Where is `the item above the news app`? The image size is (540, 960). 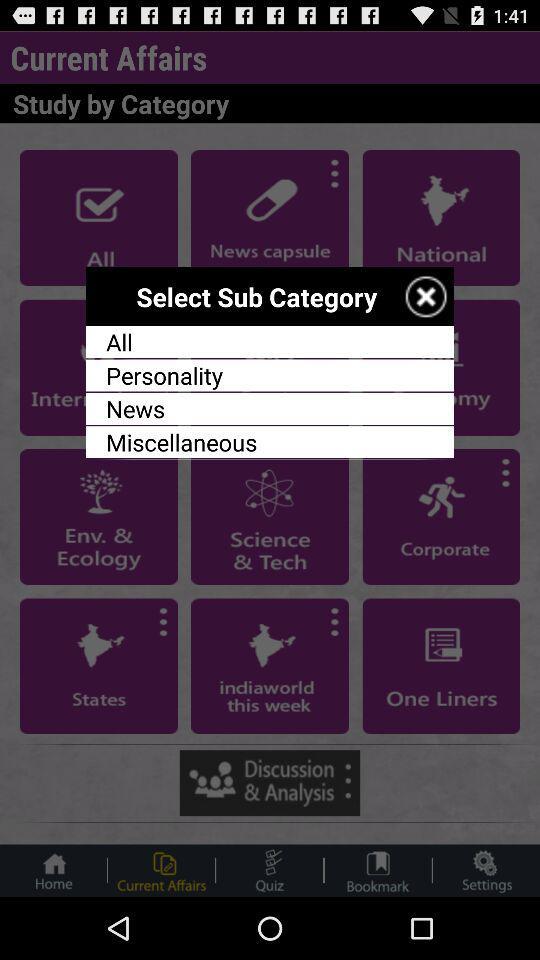
the item above the news app is located at coordinates (270, 374).